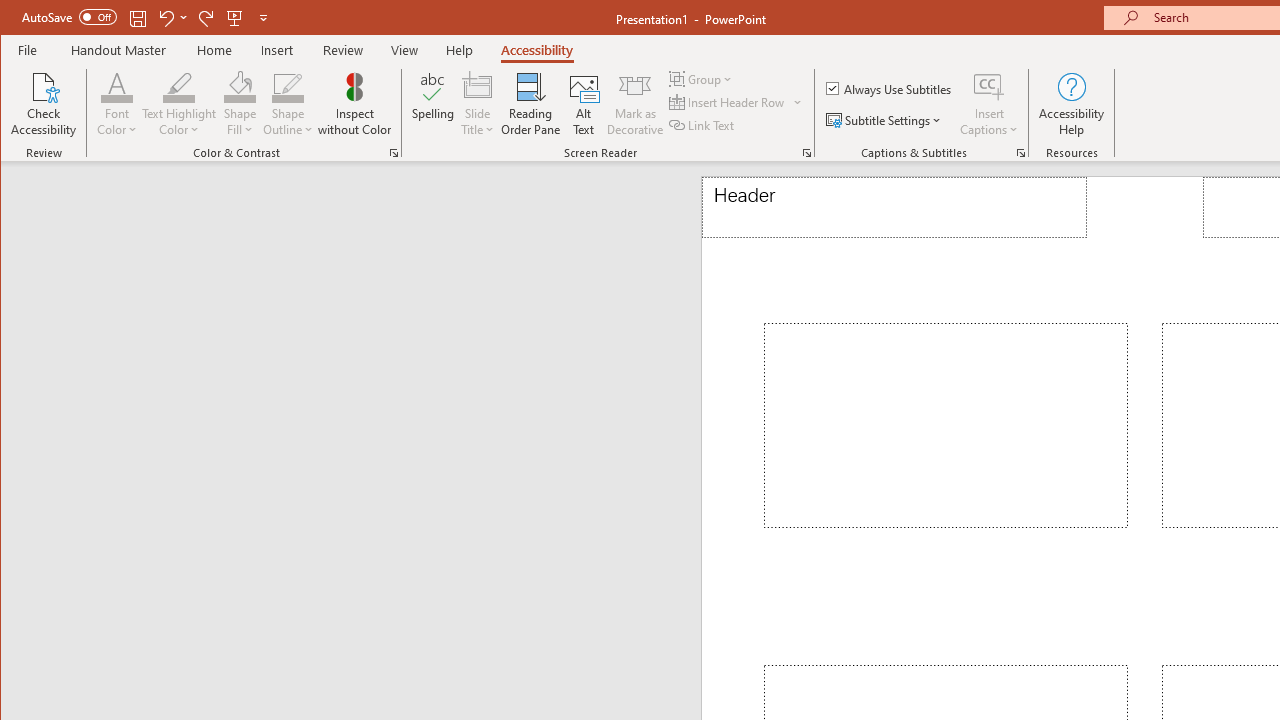  What do you see at coordinates (989, 85) in the screenshot?
I see `'Insert Captions'` at bounding box center [989, 85].